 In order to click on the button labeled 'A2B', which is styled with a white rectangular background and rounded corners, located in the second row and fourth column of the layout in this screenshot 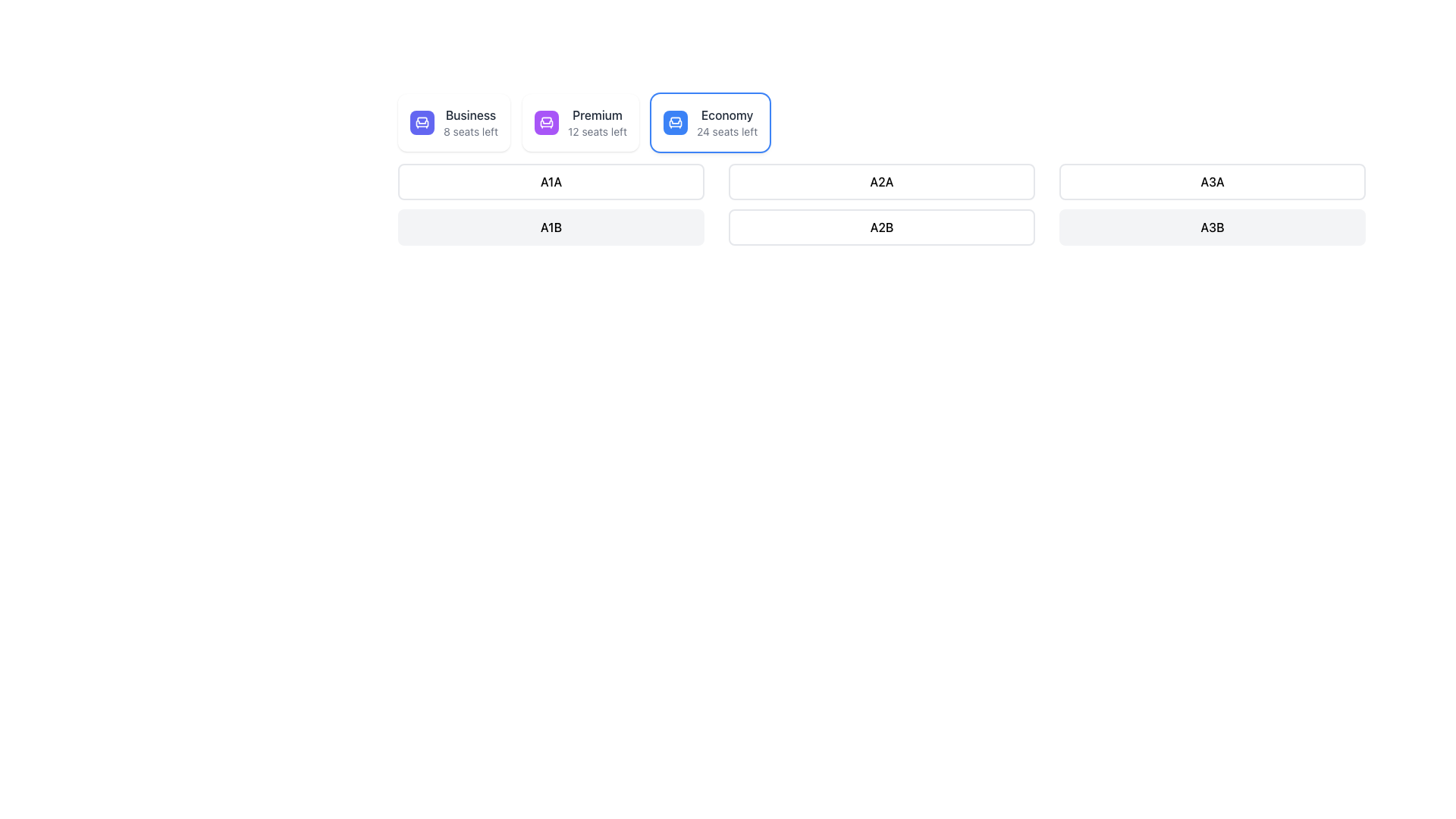, I will do `click(881, 227)`.